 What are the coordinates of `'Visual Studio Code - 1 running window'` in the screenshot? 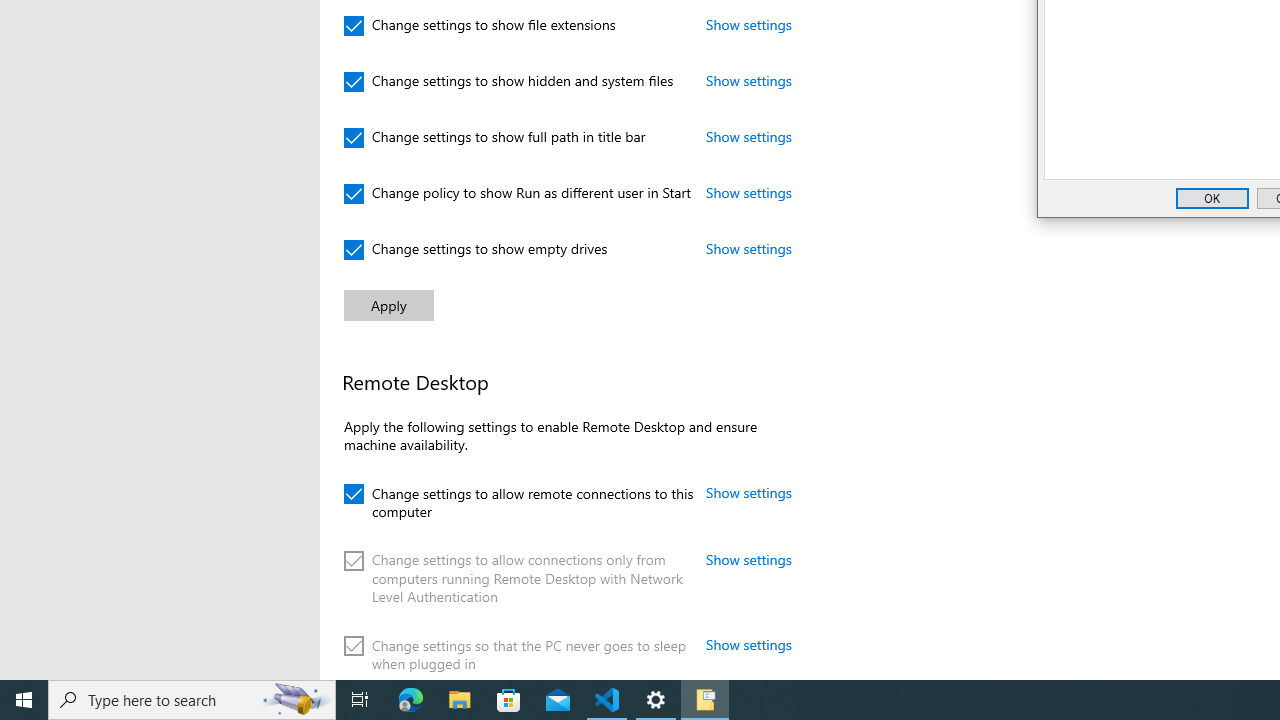 It's located at (606, 698).